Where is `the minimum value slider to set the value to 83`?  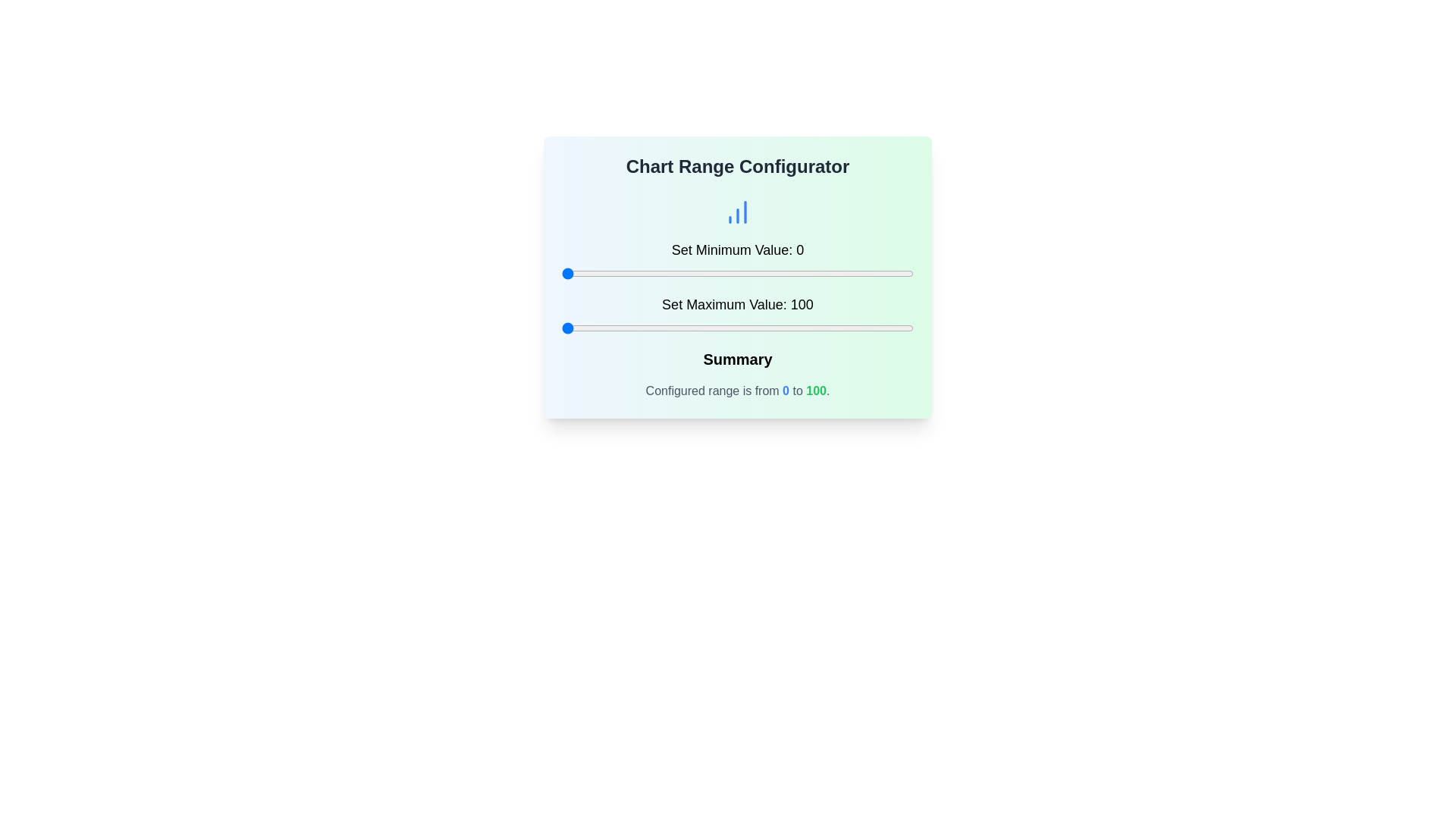
the minimum value slider to set the value to 83 is located at coordinates (854, 274).